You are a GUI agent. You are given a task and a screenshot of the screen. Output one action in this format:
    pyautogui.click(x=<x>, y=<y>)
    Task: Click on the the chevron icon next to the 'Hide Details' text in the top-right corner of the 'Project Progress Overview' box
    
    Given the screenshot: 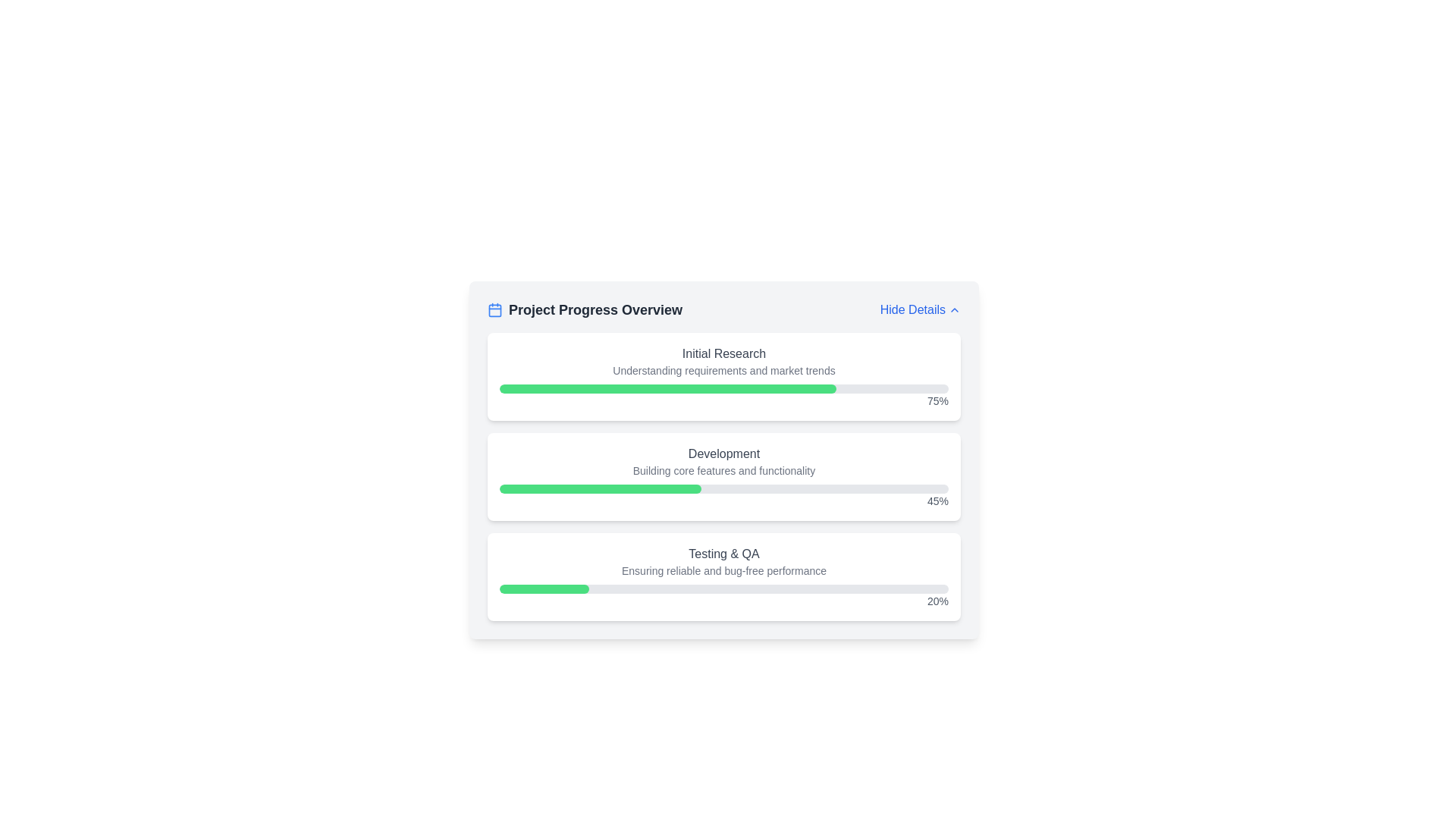 What is the action you would take?
    pyautogui.click(x=953, y=309)
    